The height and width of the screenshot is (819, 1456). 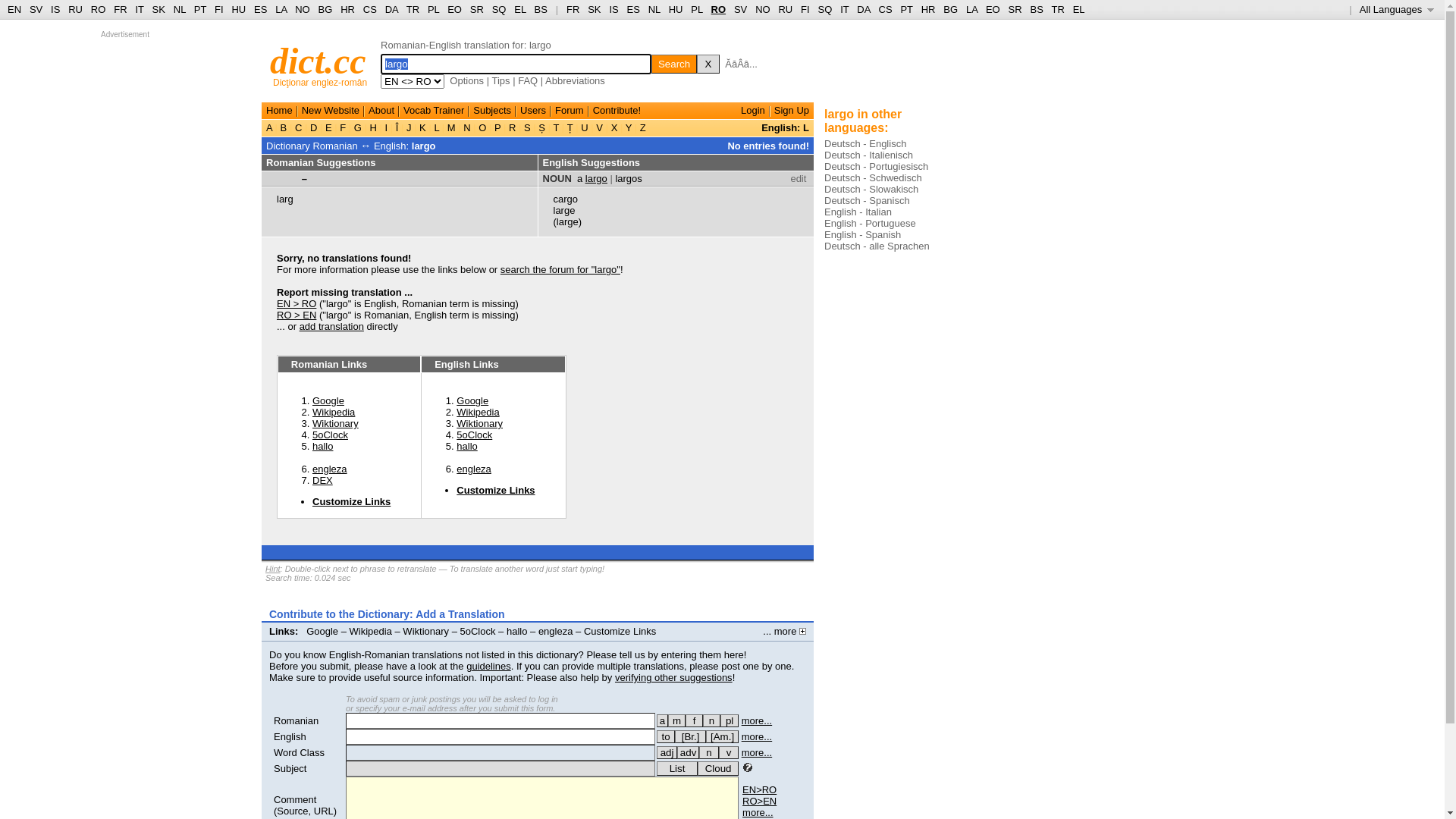 I want to click on 'Abbreviations', so click(x=545, y=80).